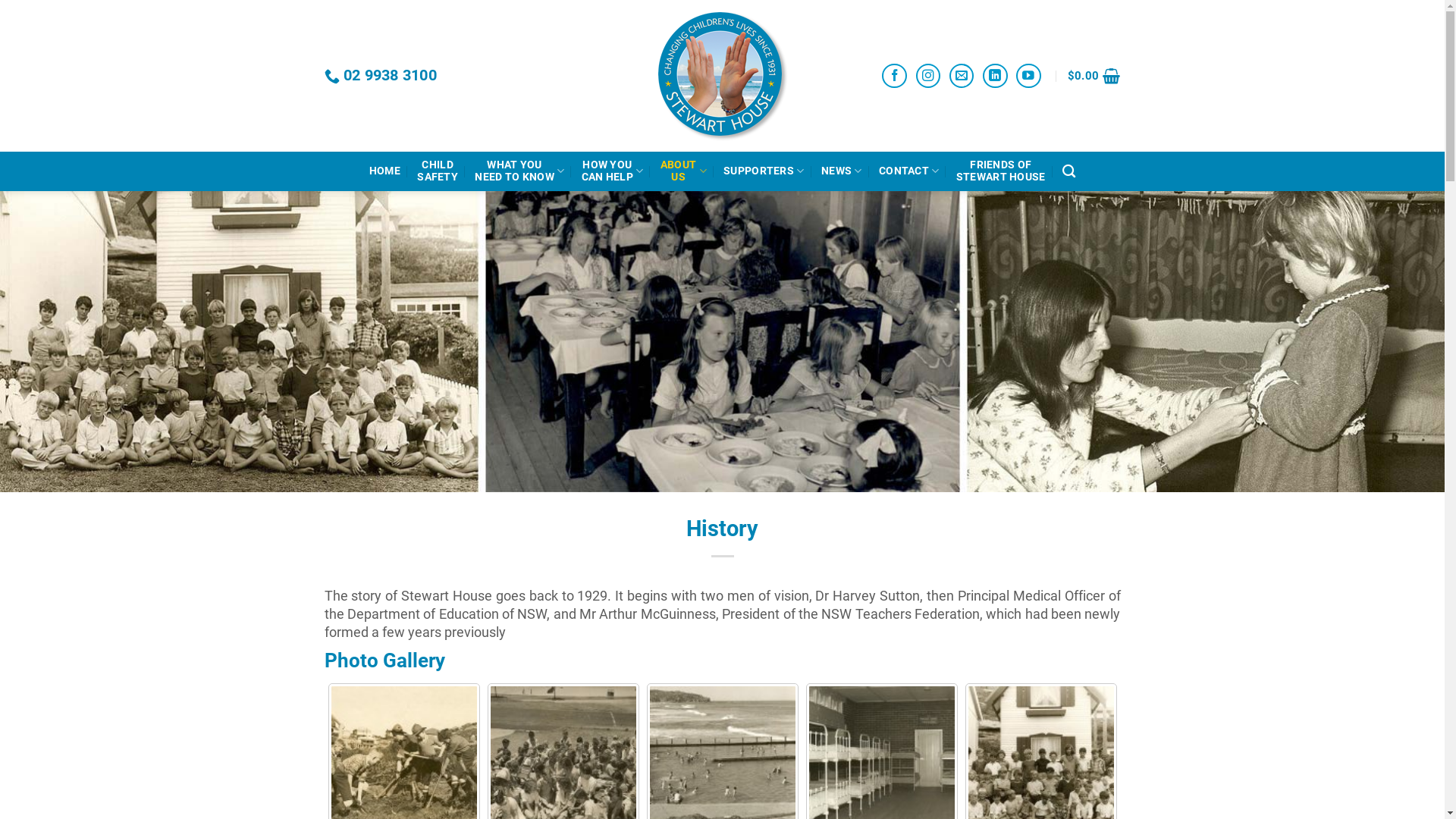 This screenshot has width=1456, height=819. What do you see at coordinates (381, 76) in the screenshot?
I see `'02 9938 3100'` at bounding box center [381, 76].